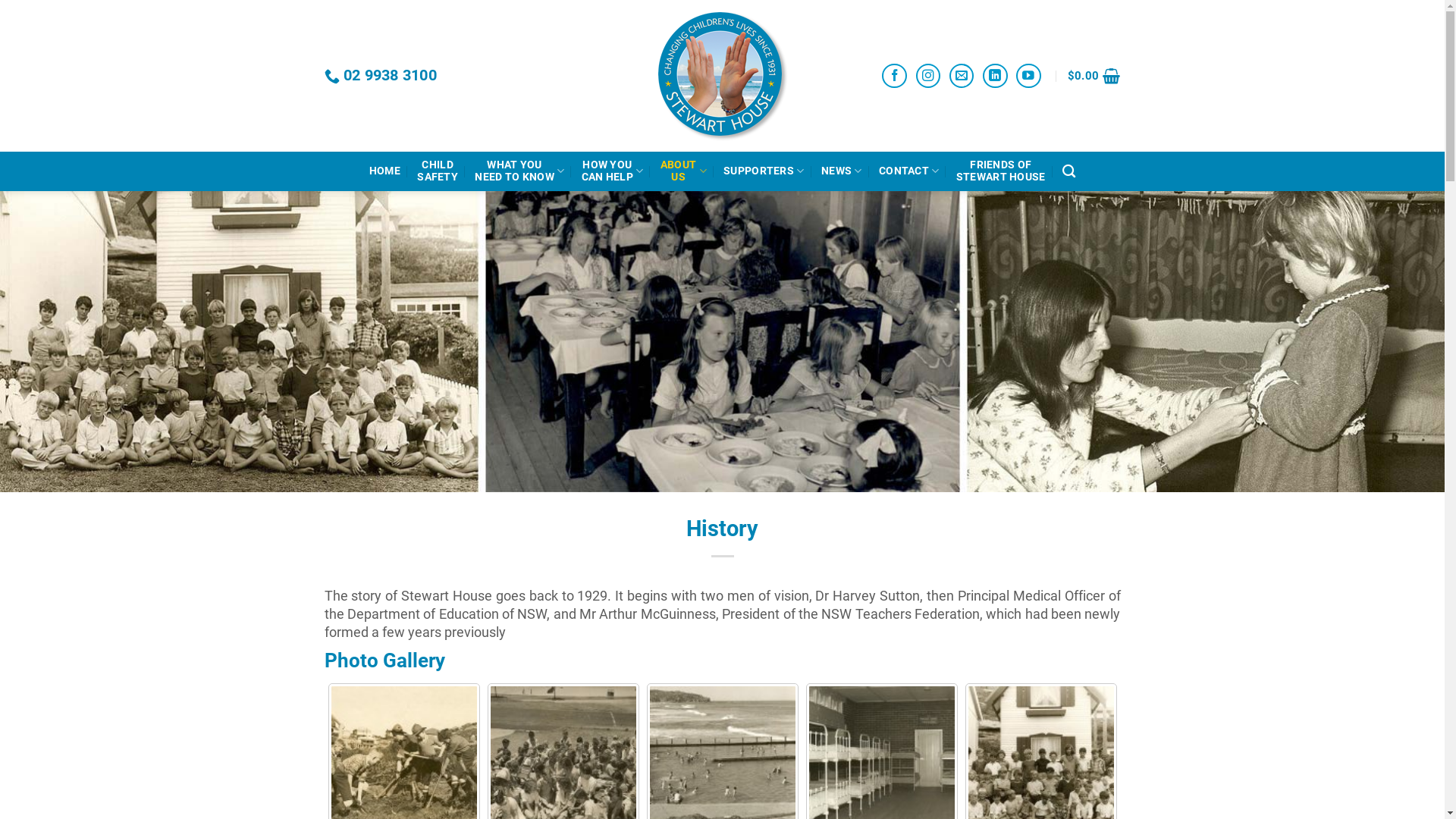 This screenshot has width=1456, height=819. What do you see at coordinates (381, 76) in the screenshot?
I see `'02 9938 3100'` at bounding box center [381, 76].